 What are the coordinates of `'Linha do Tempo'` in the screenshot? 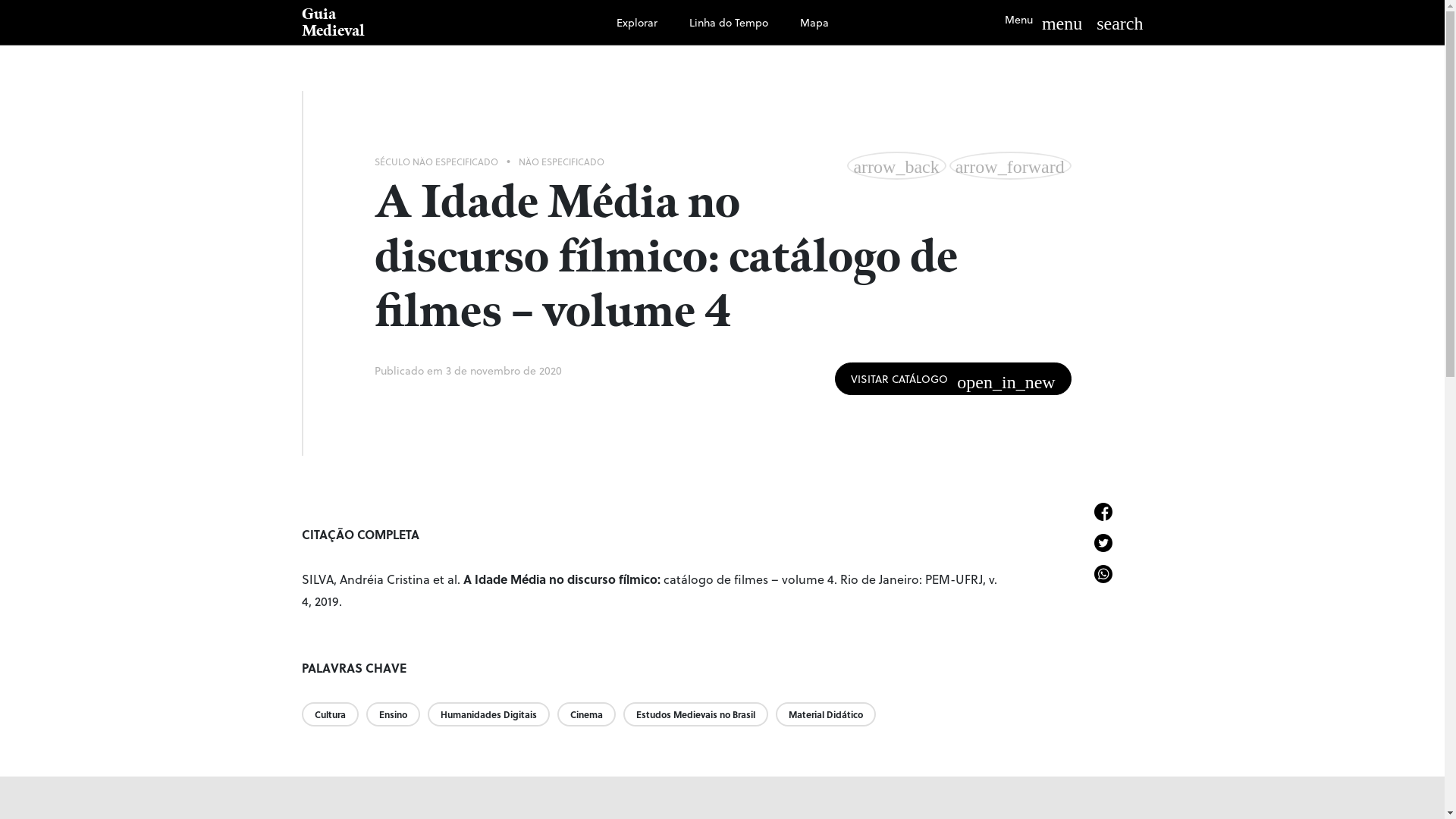 It's located at (728, 22).